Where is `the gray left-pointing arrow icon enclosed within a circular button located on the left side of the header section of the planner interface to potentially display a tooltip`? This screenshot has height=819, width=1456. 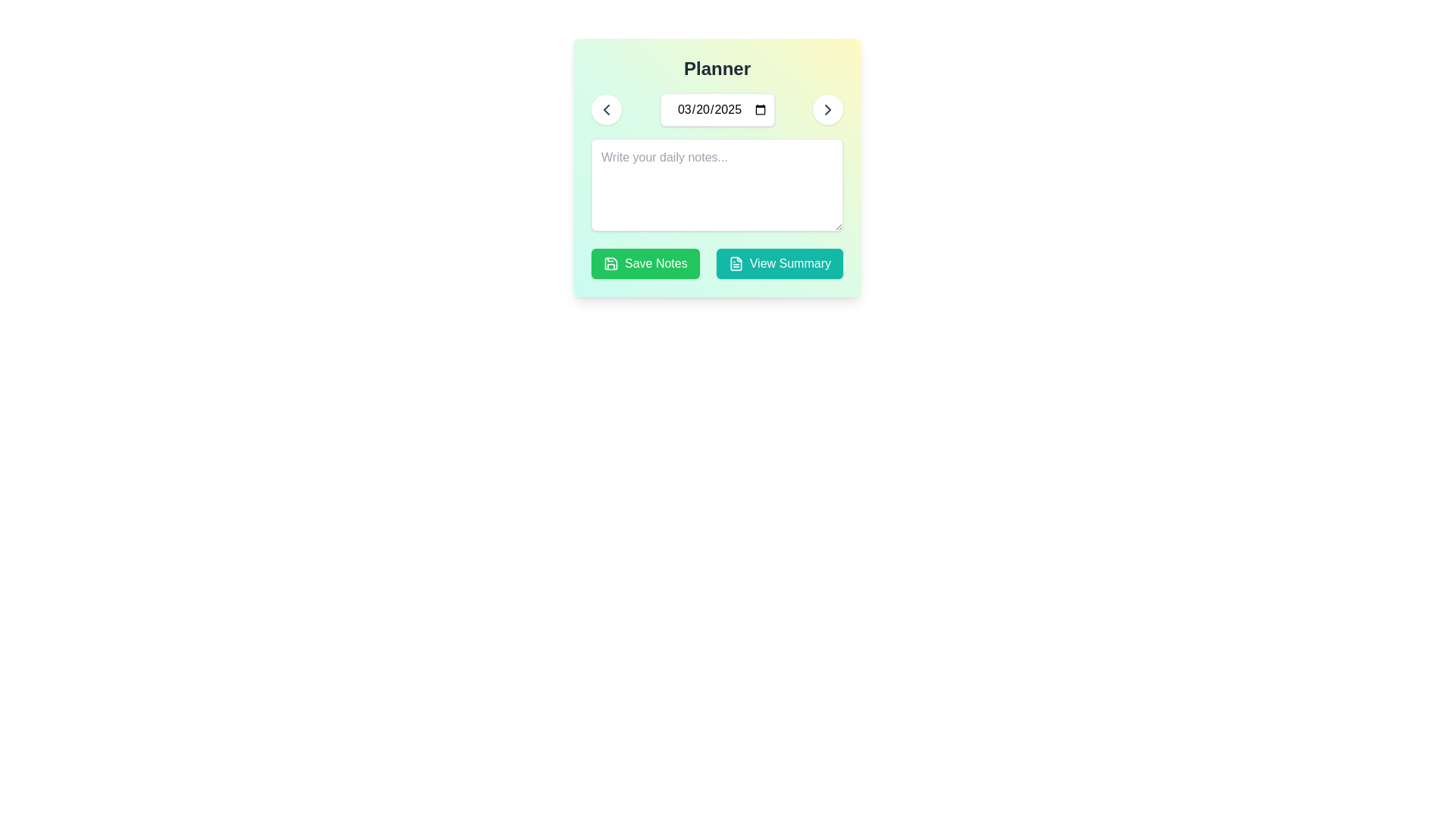 the gray left-pointing arrow icon enclosed within a circular button located on the left side of the header section of the planner interface to potentially display a tooltip is located at coordinates (607, 109).